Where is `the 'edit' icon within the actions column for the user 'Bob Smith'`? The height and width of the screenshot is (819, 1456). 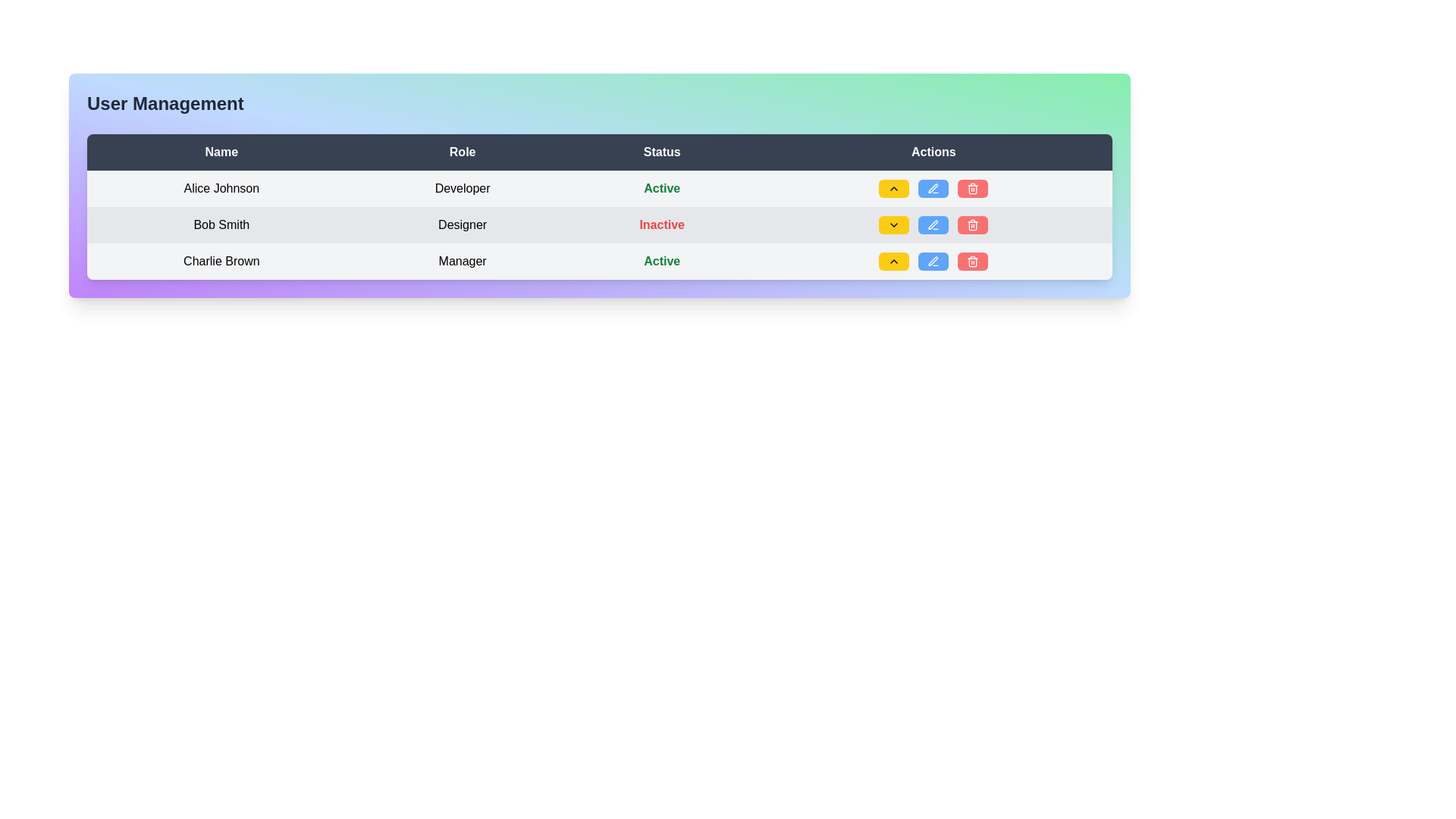 the 'edit' icon within the actions column for the user 'Bob Smith' is located at coordinates (933, 225).